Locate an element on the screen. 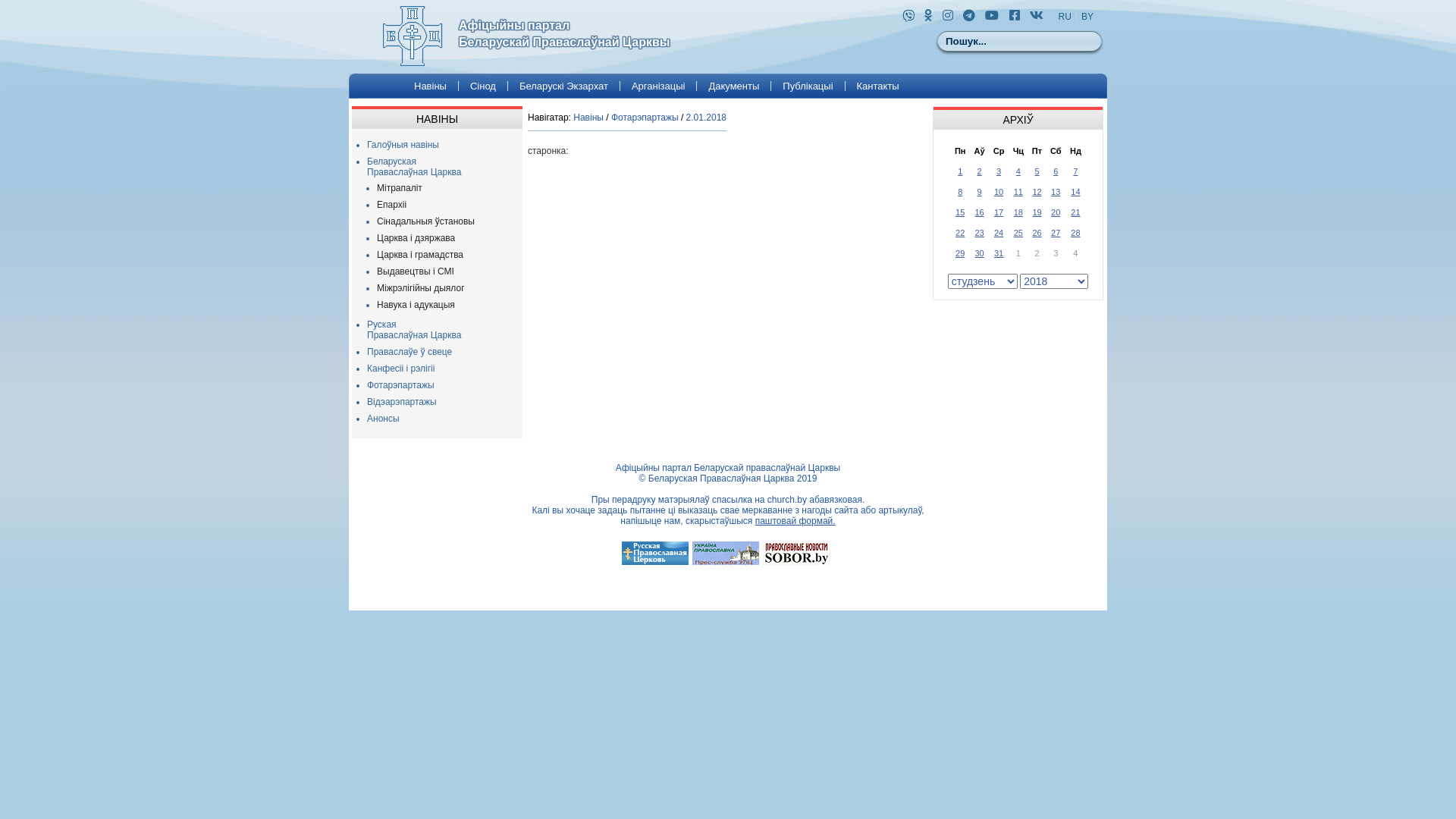 The height and width of the screenshot is (819, 1456). '15' is located at coordinates (959, 212).